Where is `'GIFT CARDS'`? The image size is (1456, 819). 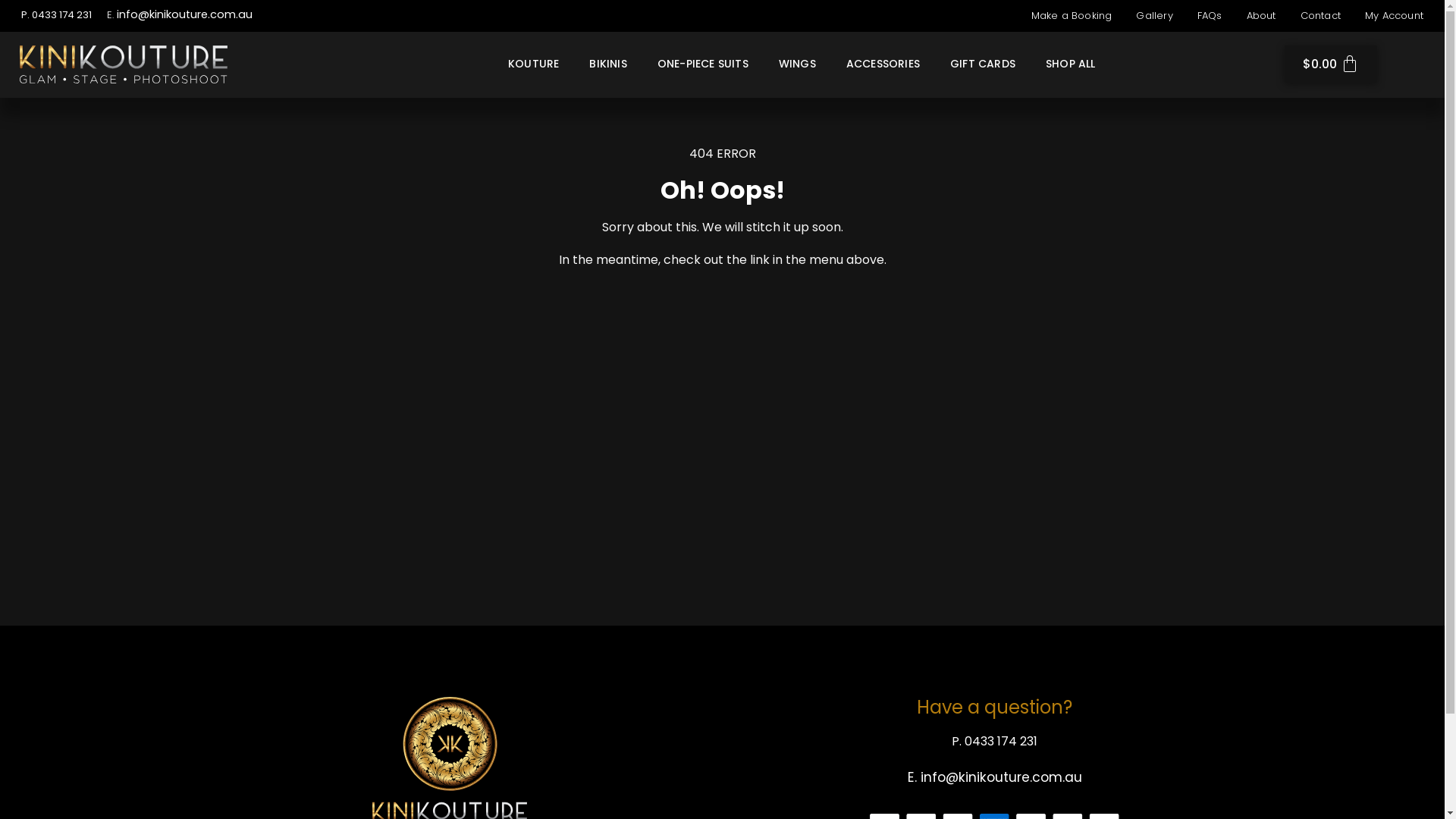
'GIFT CARDS' is located at coordinates (983, 63).